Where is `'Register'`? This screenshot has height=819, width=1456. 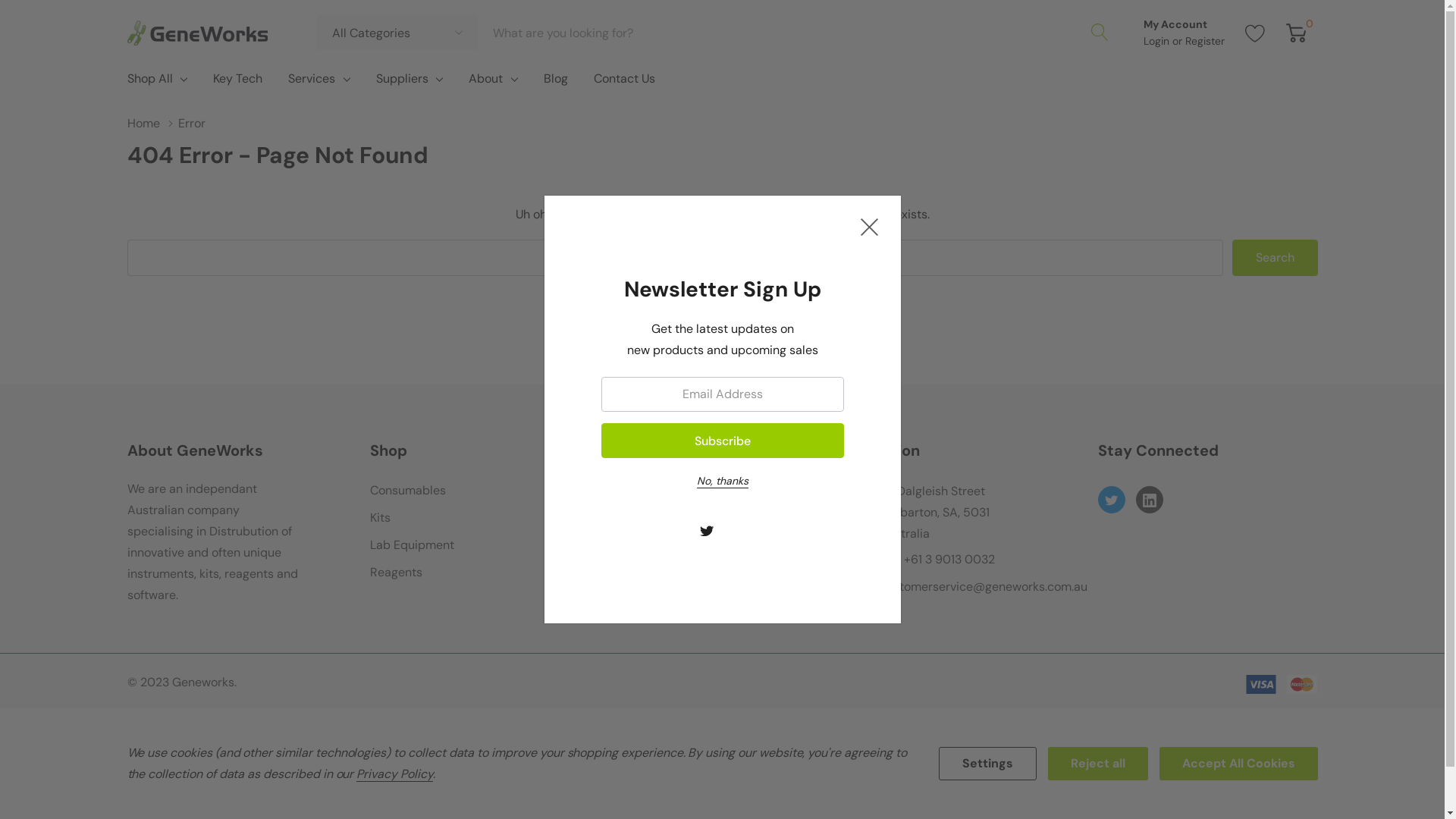
'Register' is located at coordinates (1203, 40).